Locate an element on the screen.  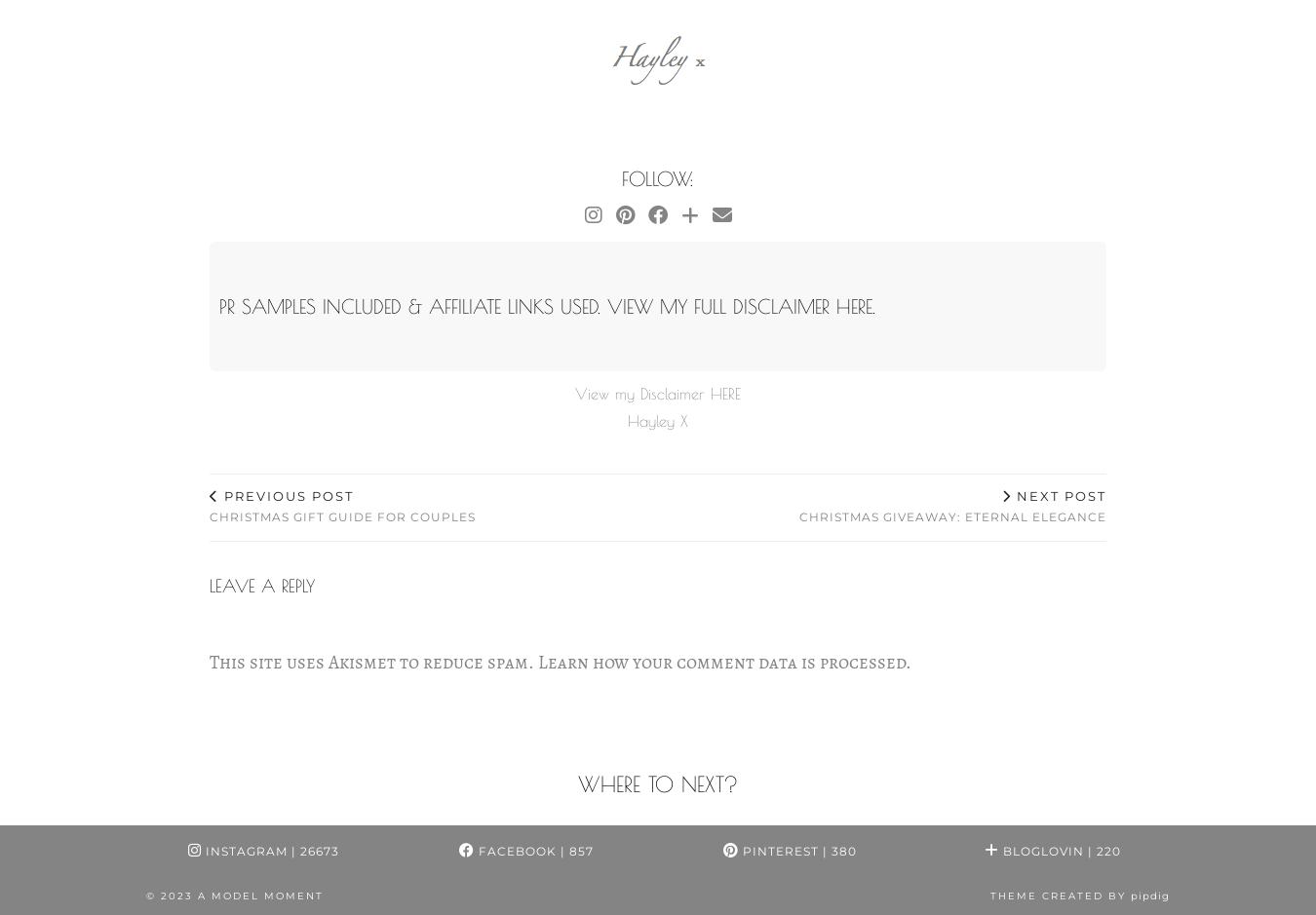
'| 220' is located at coordinates (1102, 850).